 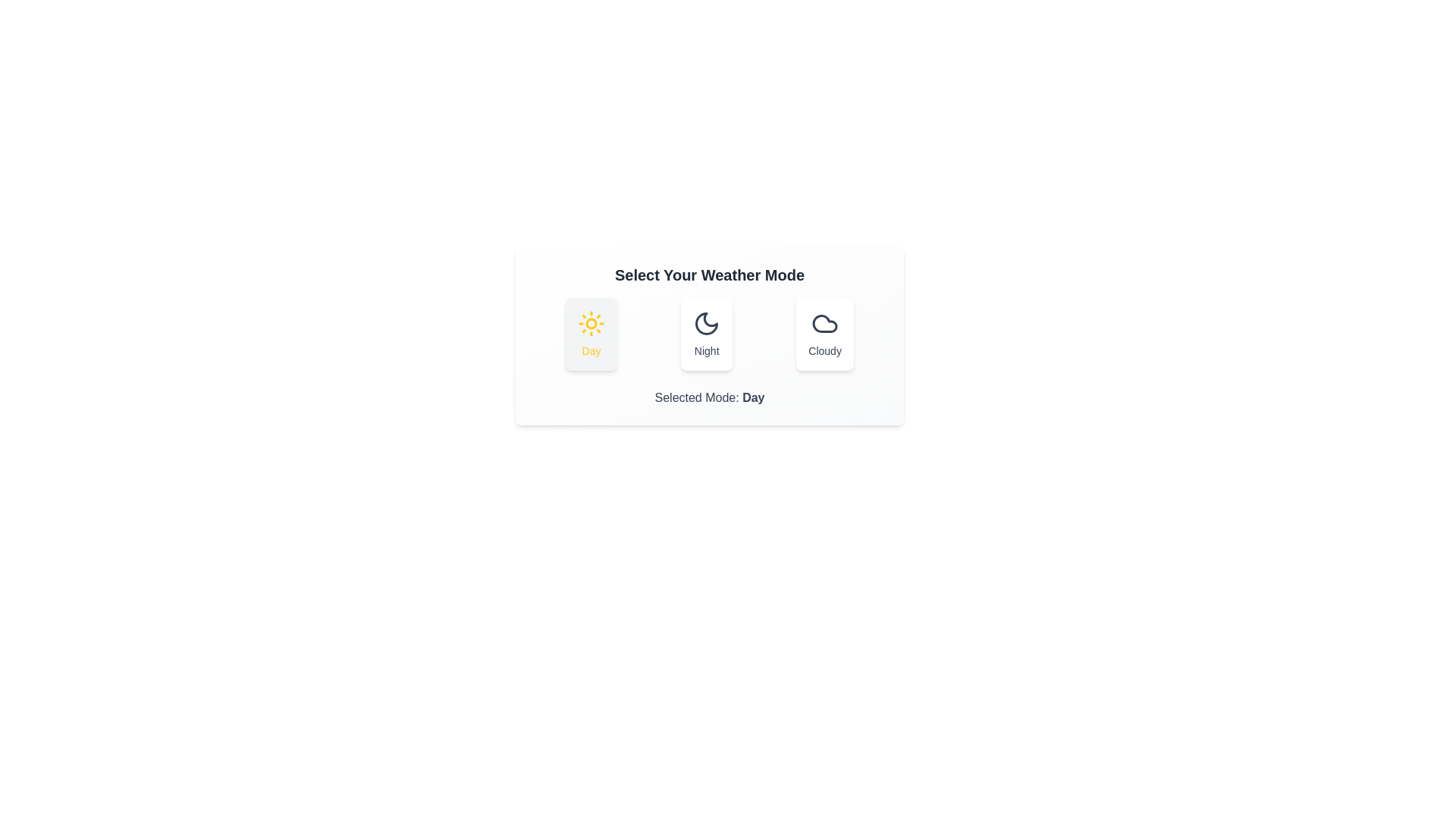 What do you see at coordinates (591, 333) in the screenshot?
I see `the 'Day' button to select the 'Day' mode` at bounding box center [591, 333].